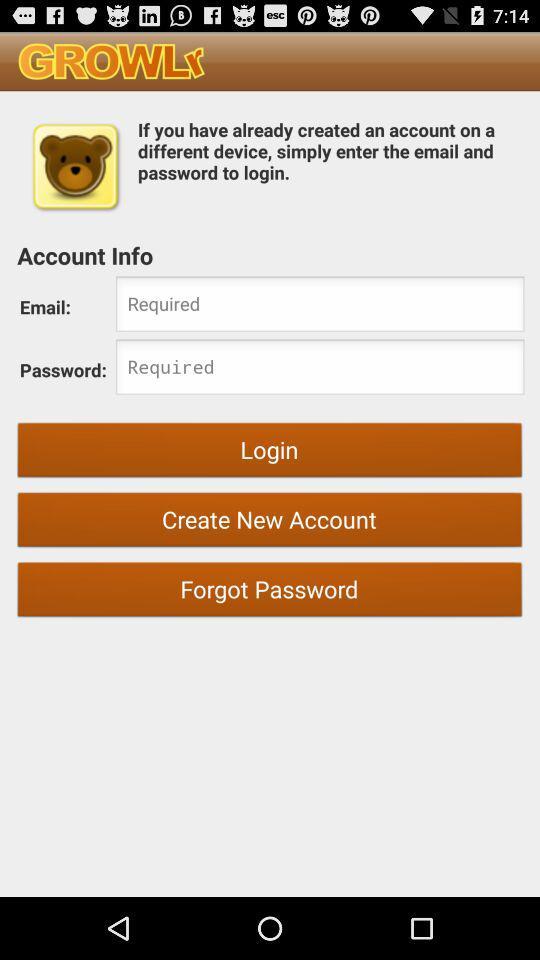 Image resolution: width=540 pixels, height=960 pixels. Describe the element at coordinates (270, 521) in the screenshot. I see `button below login item` at that location.